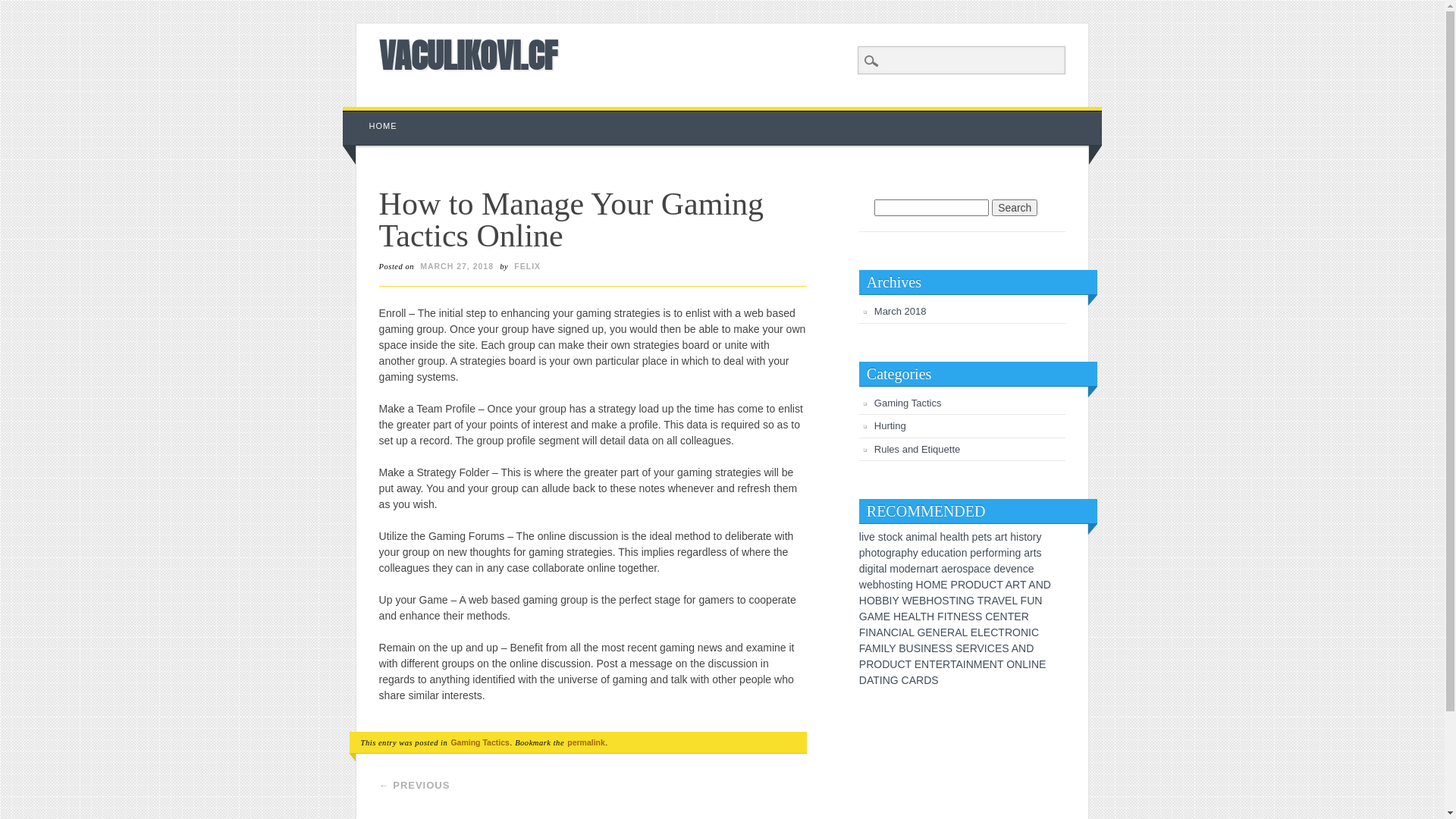 The image size is (1456, 819). Describe the element at coordinates (910, 584) in the screenshot. I see `'g'` at that location.